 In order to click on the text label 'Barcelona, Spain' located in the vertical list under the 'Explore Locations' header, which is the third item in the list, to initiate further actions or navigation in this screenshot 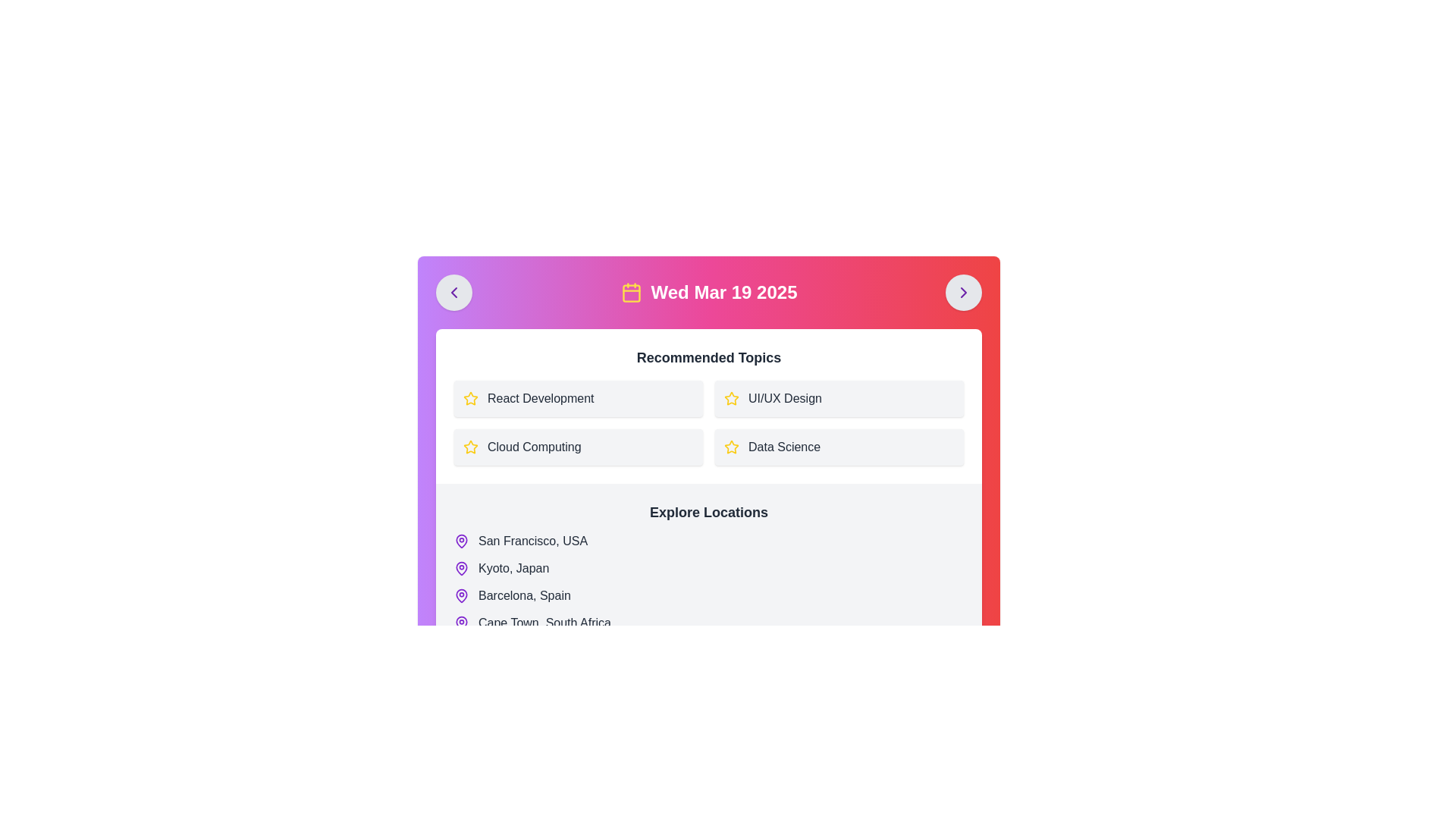, I will do `click(524, 595)`.